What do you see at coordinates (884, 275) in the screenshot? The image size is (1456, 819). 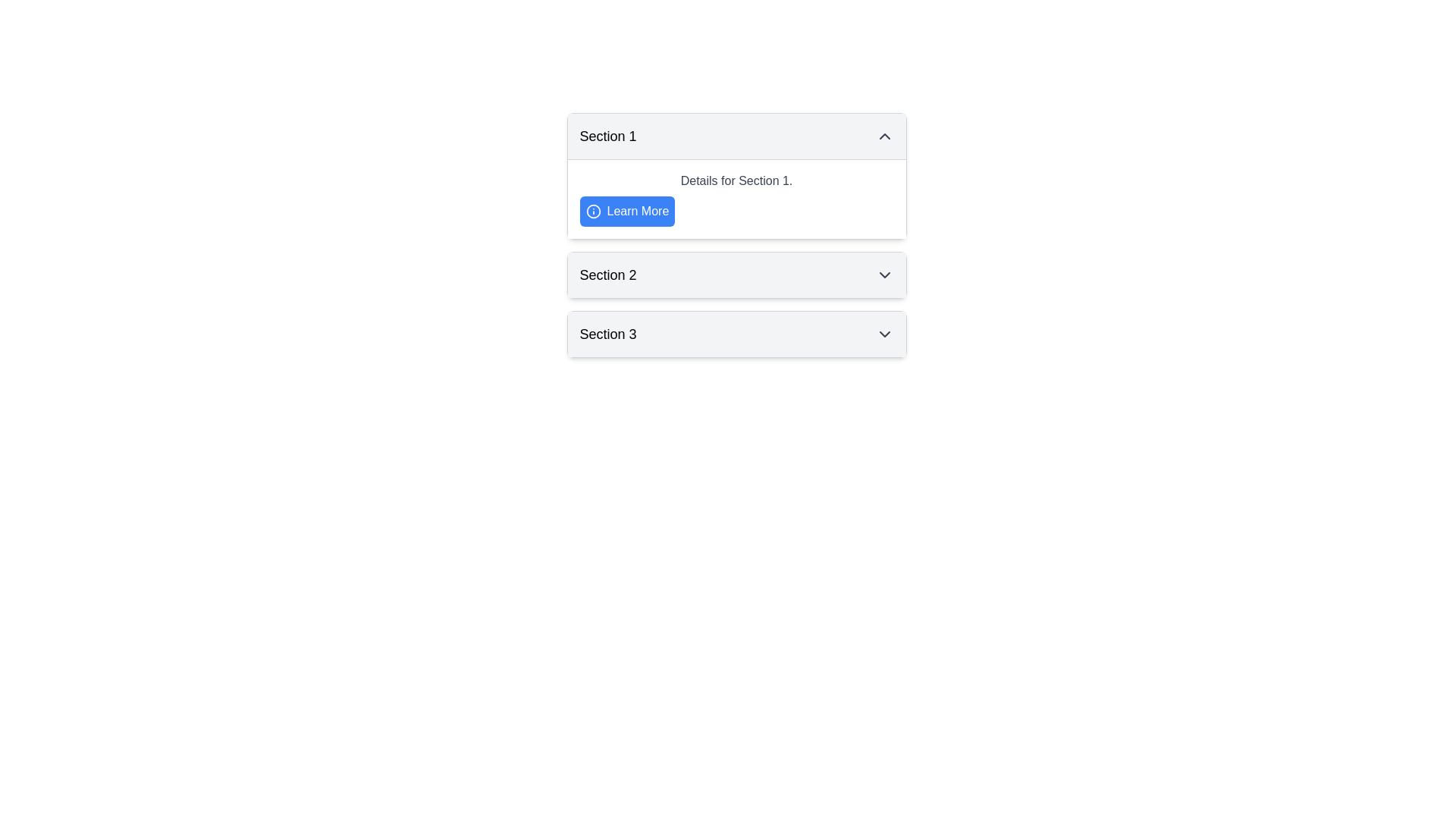 I see `the Chevron Down icon located at the far right of the 'Section 2' header to potentially reveal tooltip information` at bounding box center [884, 275].